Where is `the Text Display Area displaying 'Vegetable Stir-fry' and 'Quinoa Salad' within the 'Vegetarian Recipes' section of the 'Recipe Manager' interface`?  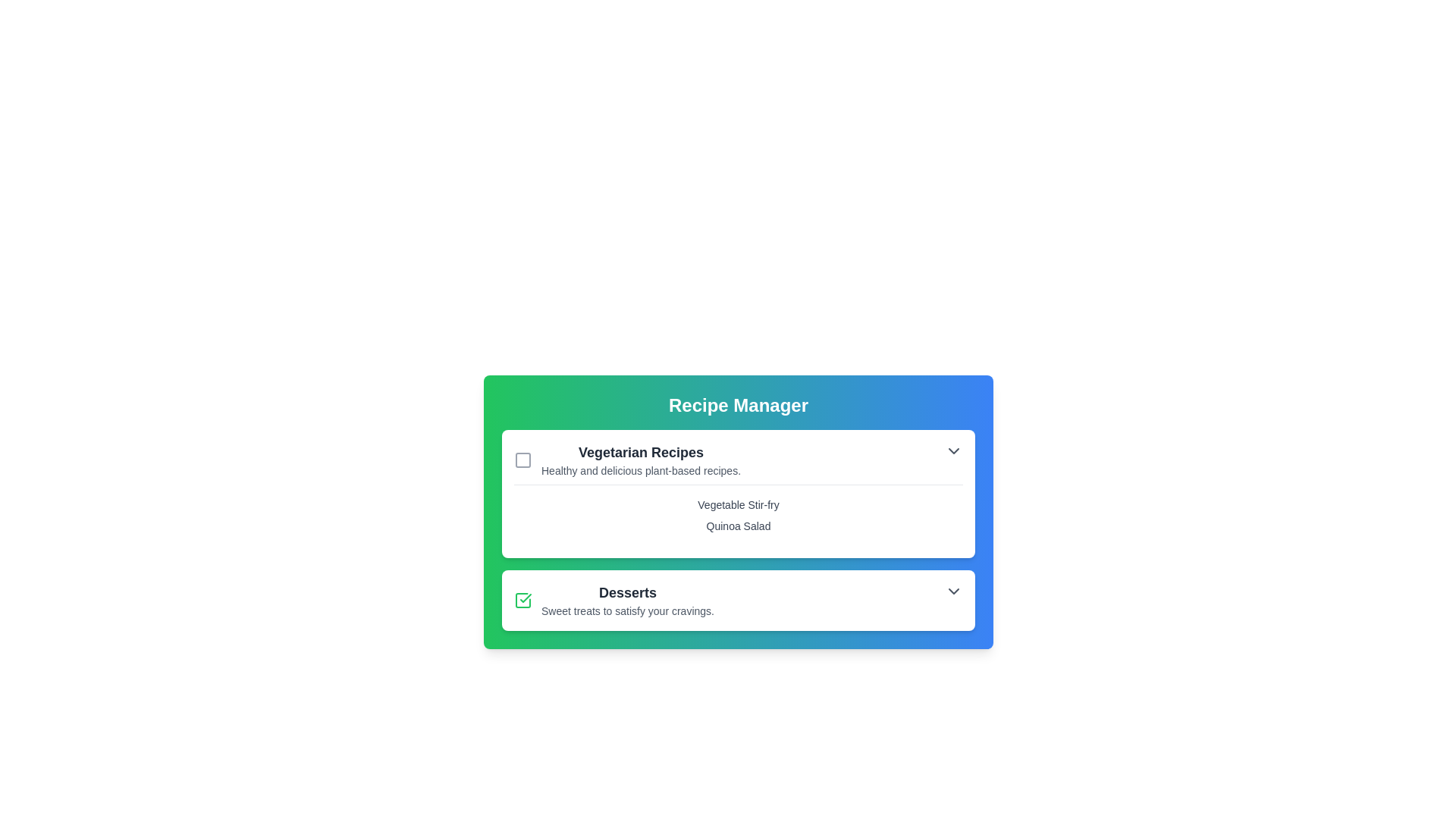
the Text Display Area displaying 'Vegetable Stir-fry' and 'Quinoa Salad' within the 'Vegetarian Recipes' section of the 'Recipe Manager' interface is located at coordinates (739, 513).